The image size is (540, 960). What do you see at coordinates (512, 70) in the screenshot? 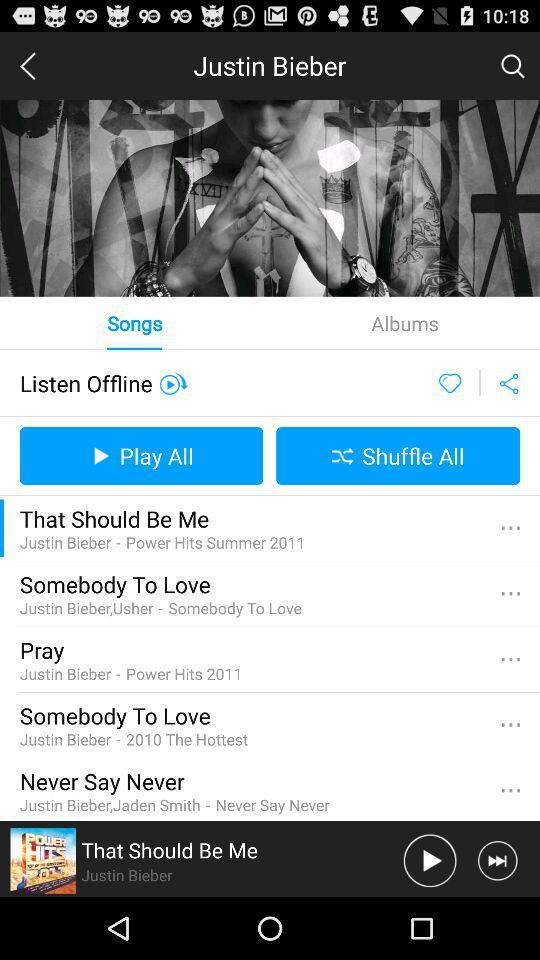
I see `the search icon` at bounding box center [512, 70].